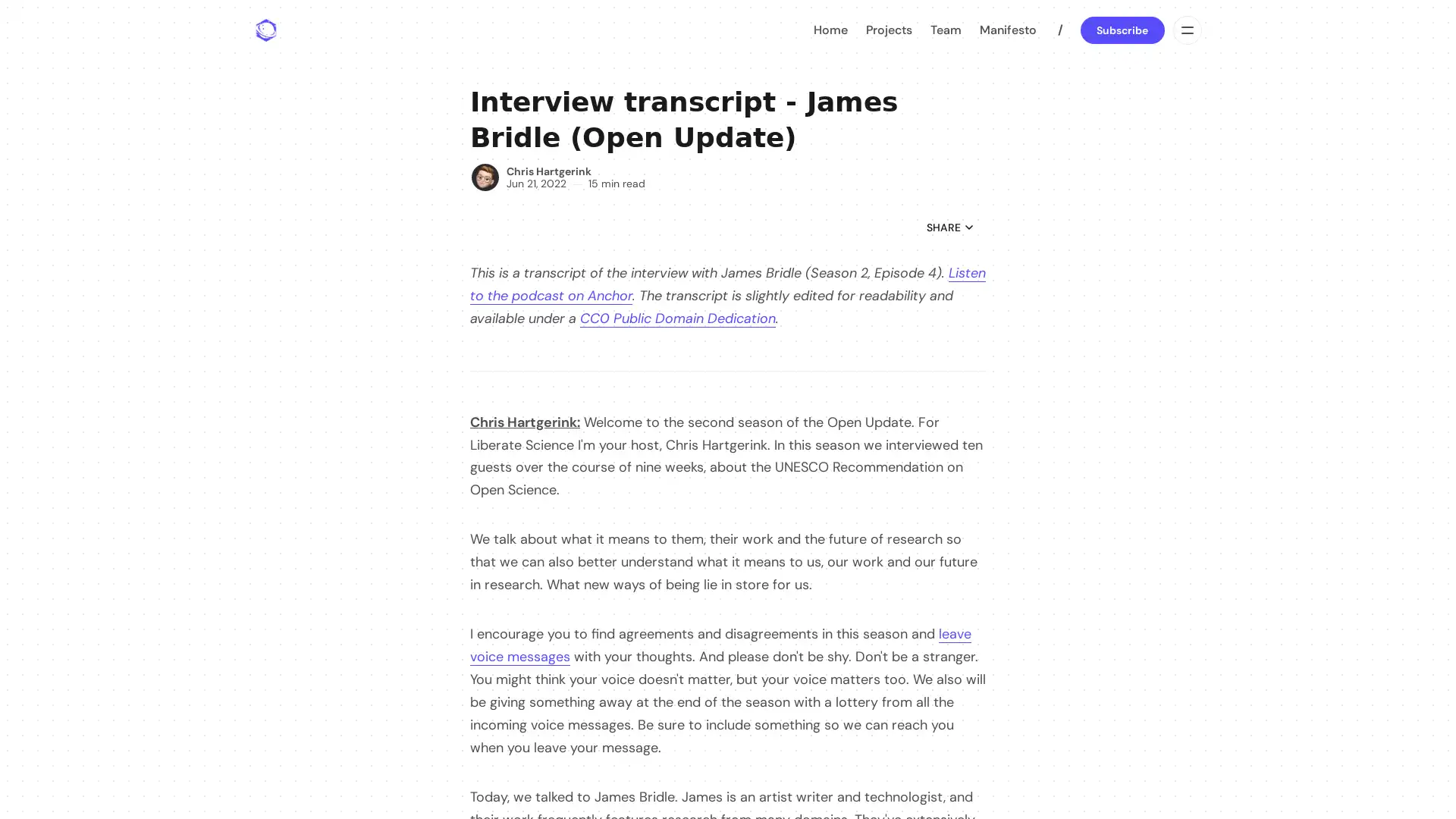 The image size is (1456, 819). I want to click on Menu, so click(1185, 30).